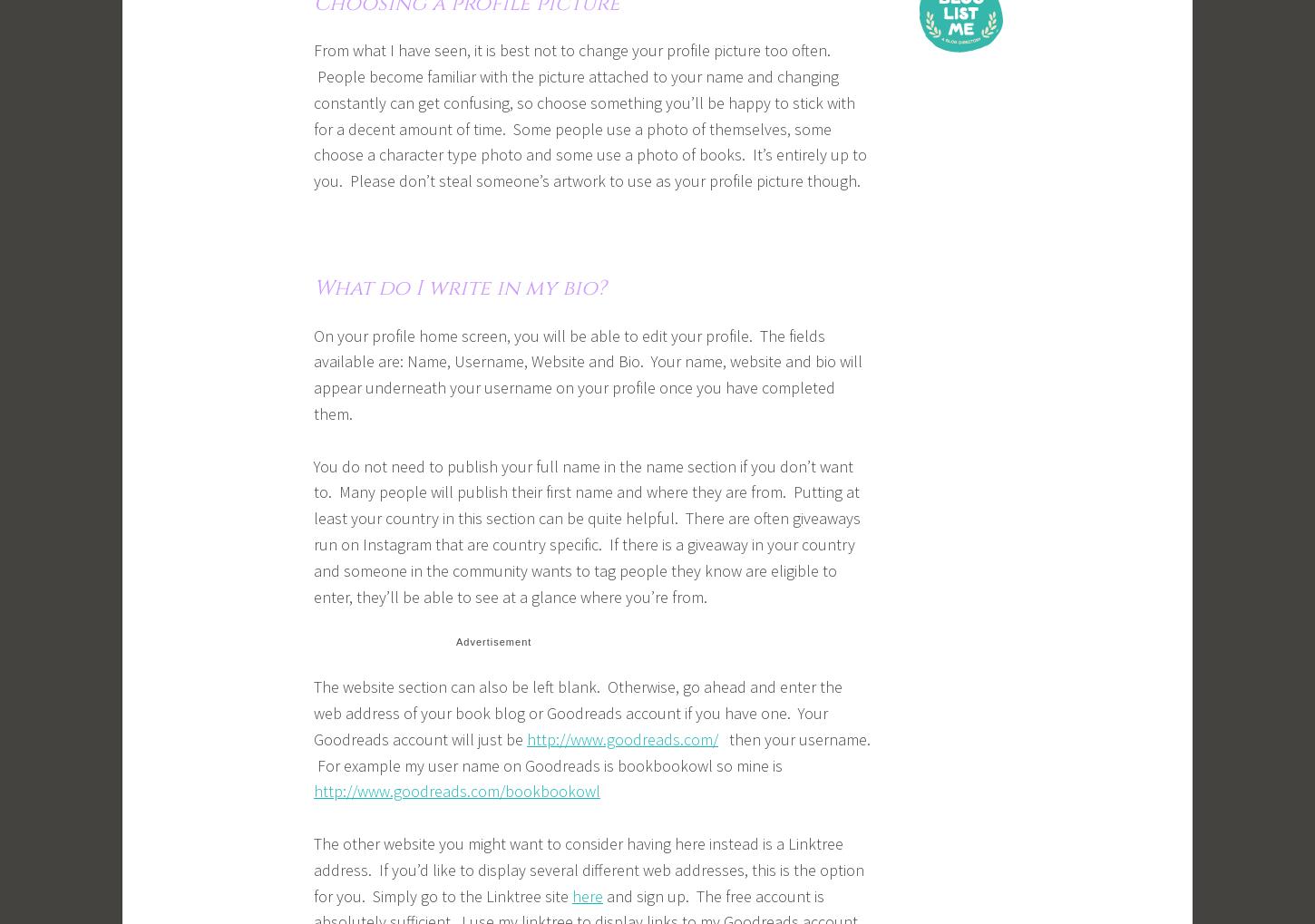  What do you see at coordinates (587, 373) in the screenshot?
I see `'On your profile home screen, you will be able to edit your profile.  The fields available are: Name, Username, Website and Bio.  Your name, website and bio will appear underneath your username on your profile once you have completed them.'` at bounding box center [587, 373].